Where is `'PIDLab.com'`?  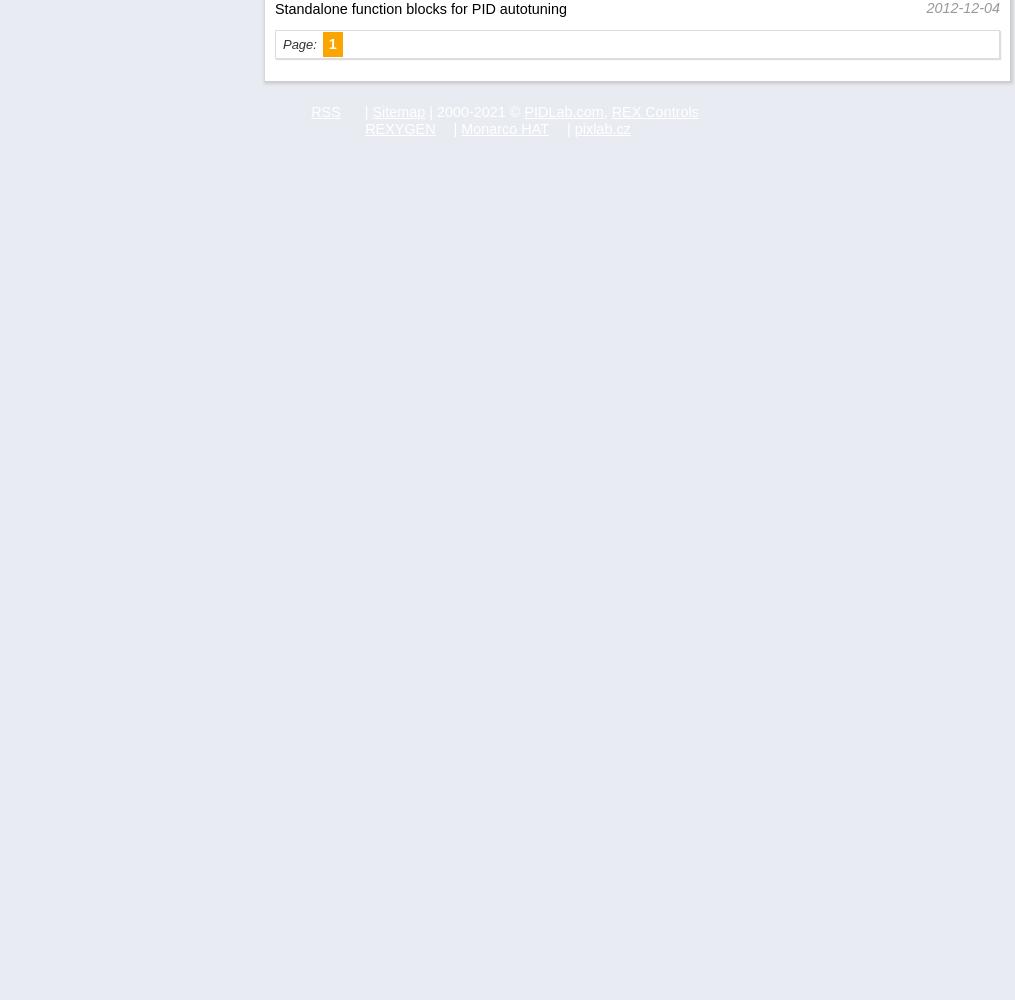 'PIDLab.com' is located at coordinates (563, 110).